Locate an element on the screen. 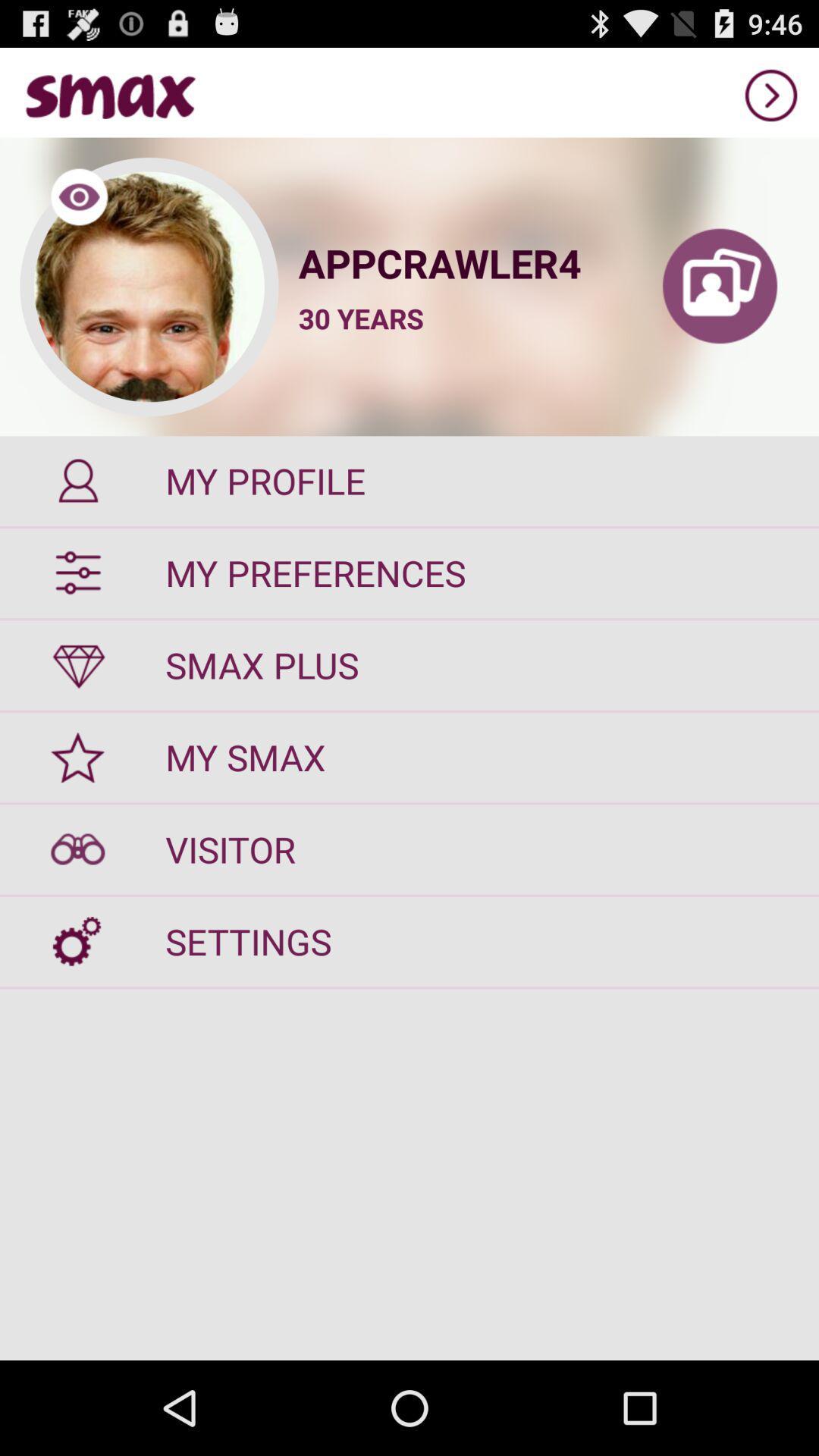 The width and height of the screenshot is (819, 1456). visitor button is located at coordinates (409, 849).